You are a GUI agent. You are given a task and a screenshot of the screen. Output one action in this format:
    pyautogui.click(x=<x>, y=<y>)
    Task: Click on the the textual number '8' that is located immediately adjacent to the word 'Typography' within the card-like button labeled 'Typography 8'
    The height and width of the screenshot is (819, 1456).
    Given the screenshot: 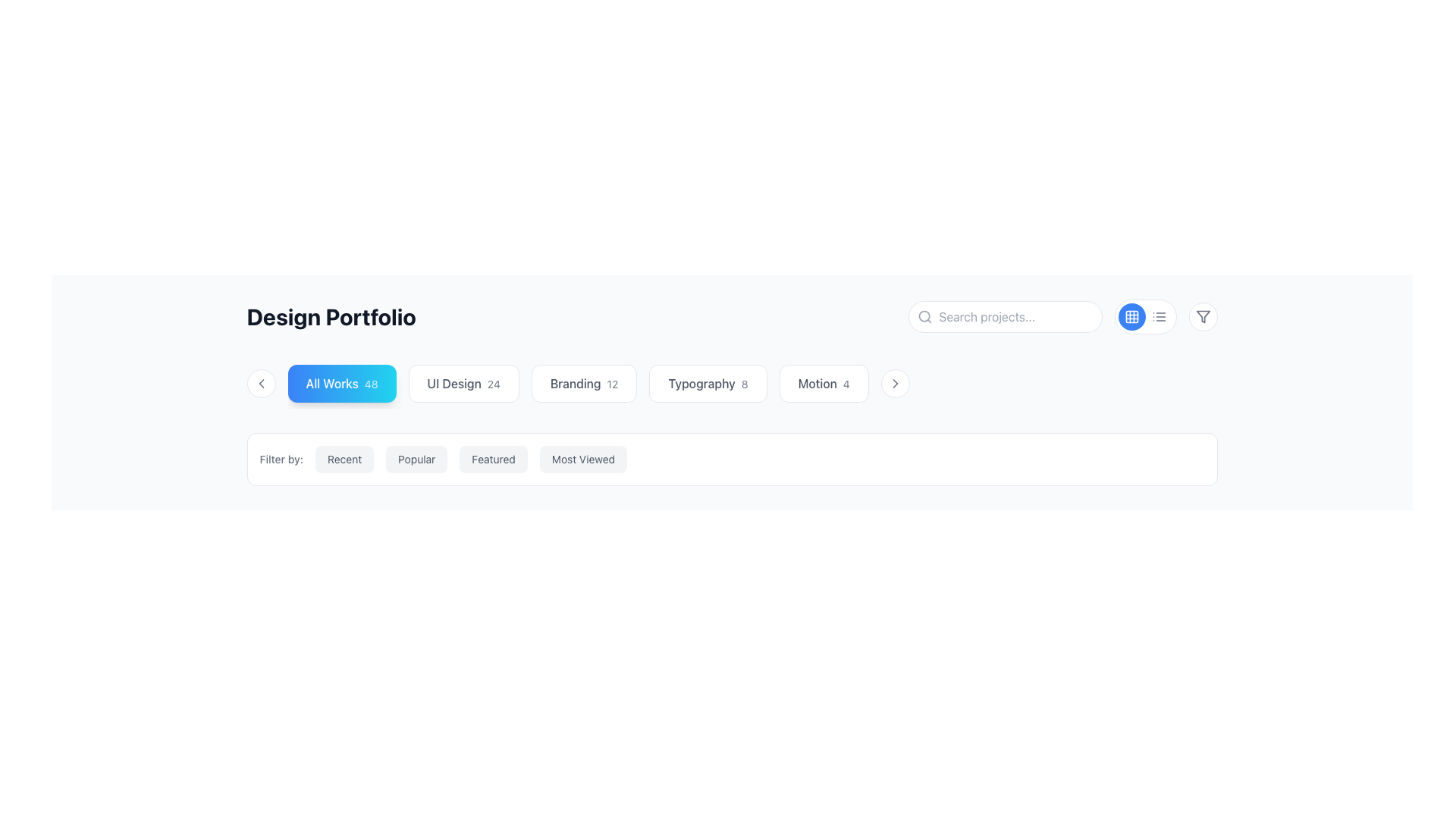 What is the action you would take?
    pyautogui.click(x=745, y=383)
    